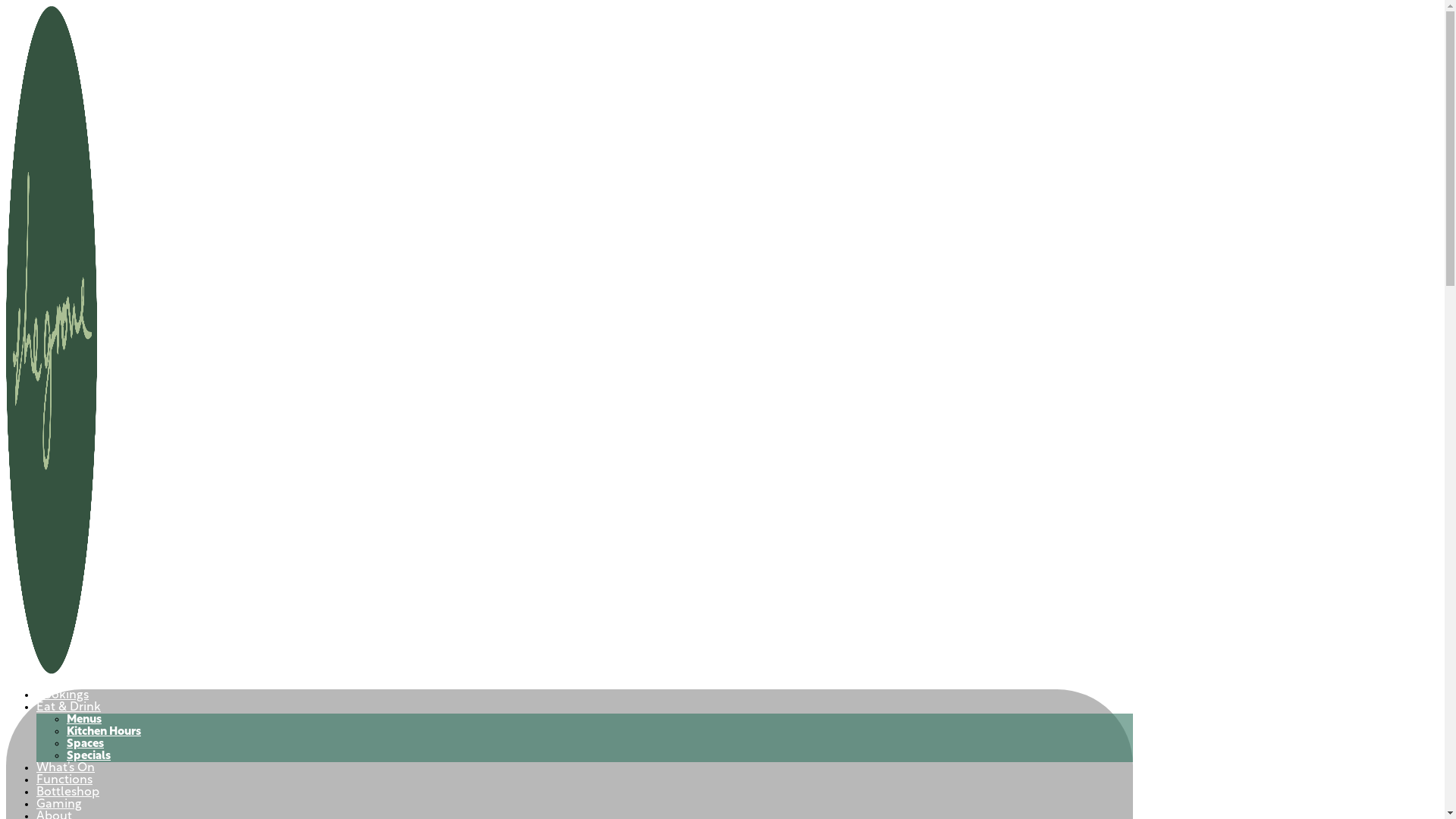 The width and height of the screenshot is (1456, 819). What do you see at coordinates (61, 695) in the screenshot?
I see `'Bookings'` at bounding box center [61, 695].